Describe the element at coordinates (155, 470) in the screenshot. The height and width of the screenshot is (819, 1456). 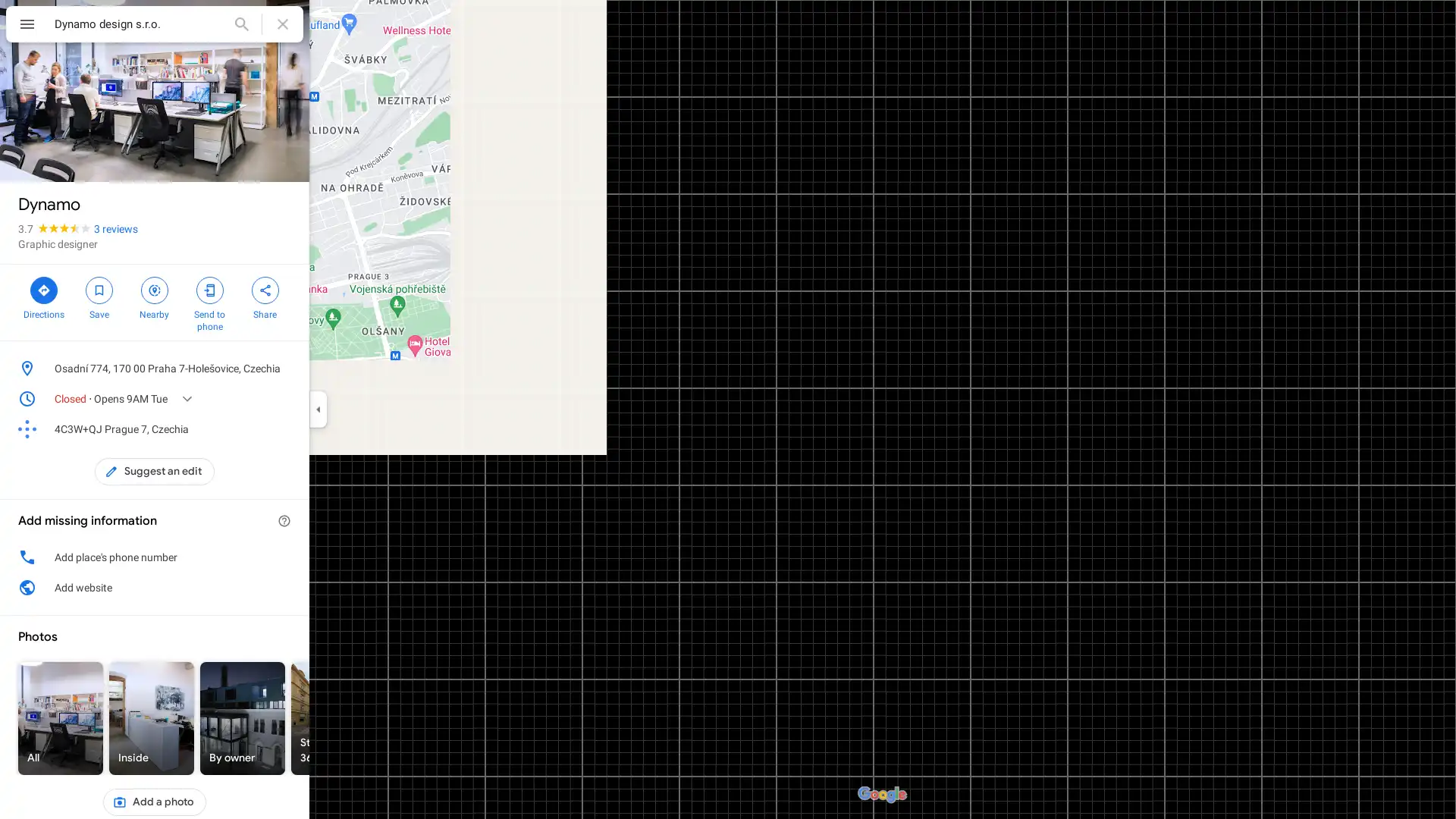
I see `Suggest an edit` at that location.